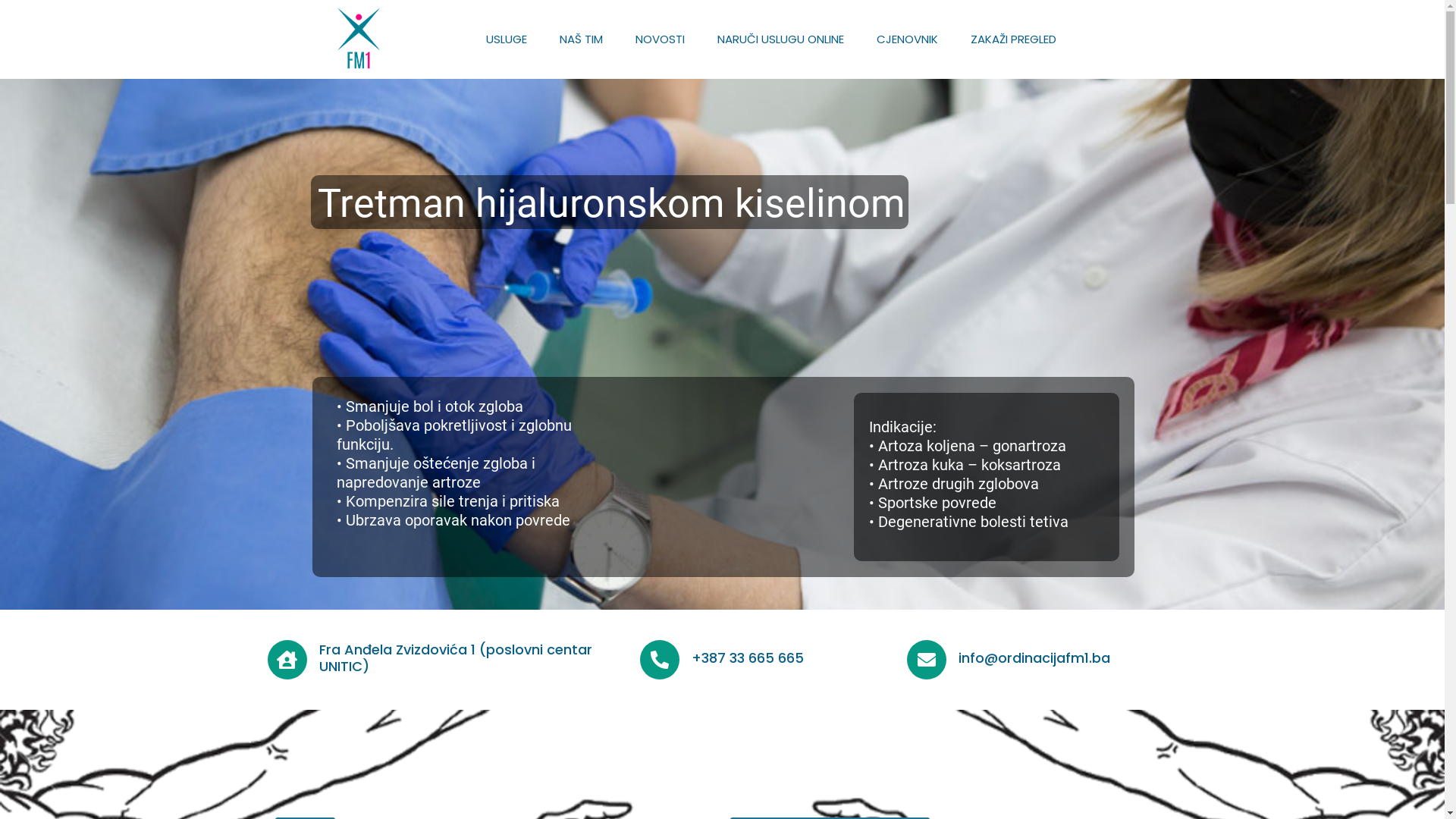  Describe the element at coordinates (660, 38) in the screenshot. I see `'NOVOSTI'` at that location.